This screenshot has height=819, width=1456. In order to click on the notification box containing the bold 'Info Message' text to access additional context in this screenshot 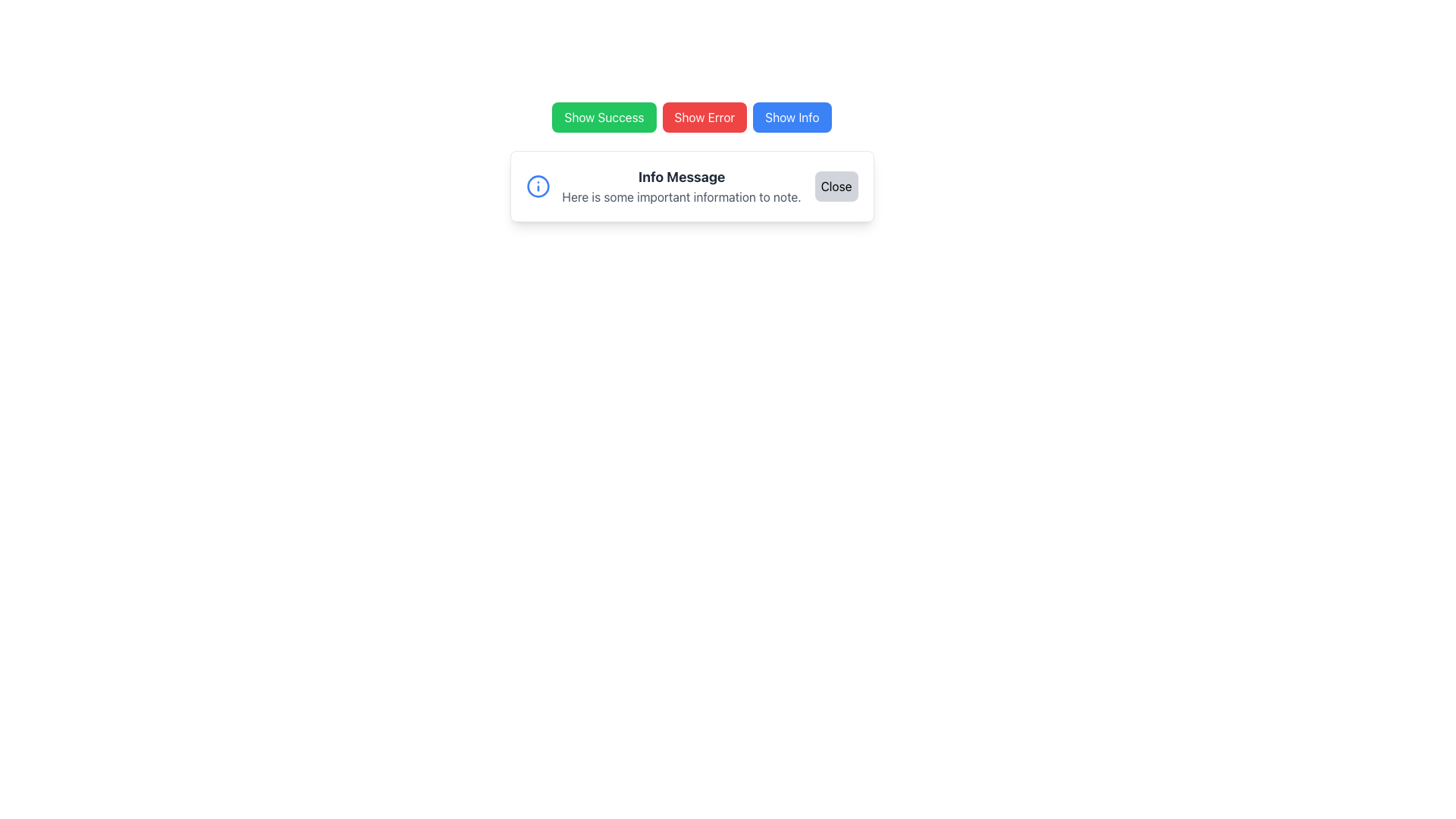, I will do `click(680, 177)`.